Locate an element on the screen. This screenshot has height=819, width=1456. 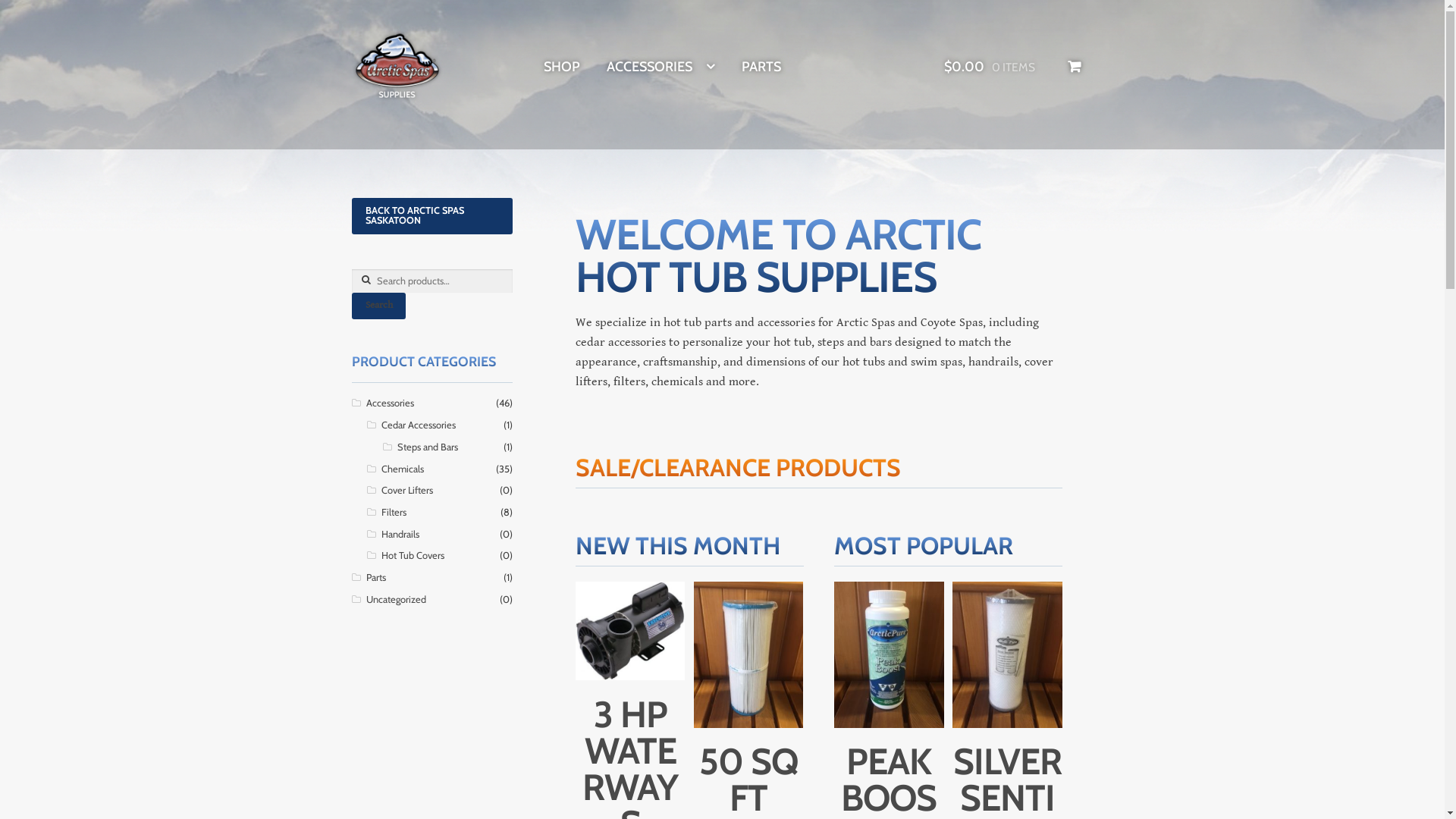
'Cedar Accessories' is located at coordinates (419, 425).